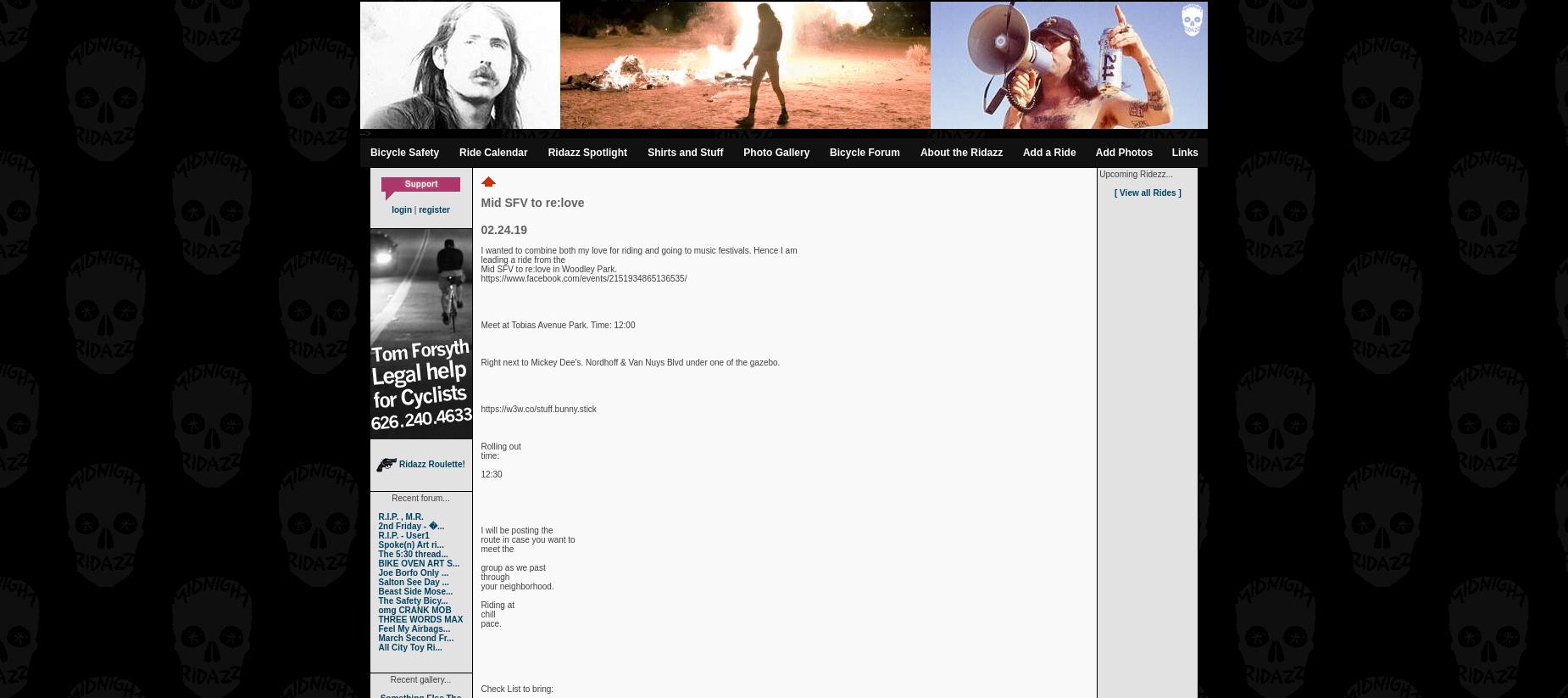 This screenshot has width=1568, height=698. Describe the element at coordinates (630, 362) in the screenshot. I see `'Right next to Mickey Dee's. Nordhoff & Van Nuys Blvd under one of the gazebo.'` at that location.